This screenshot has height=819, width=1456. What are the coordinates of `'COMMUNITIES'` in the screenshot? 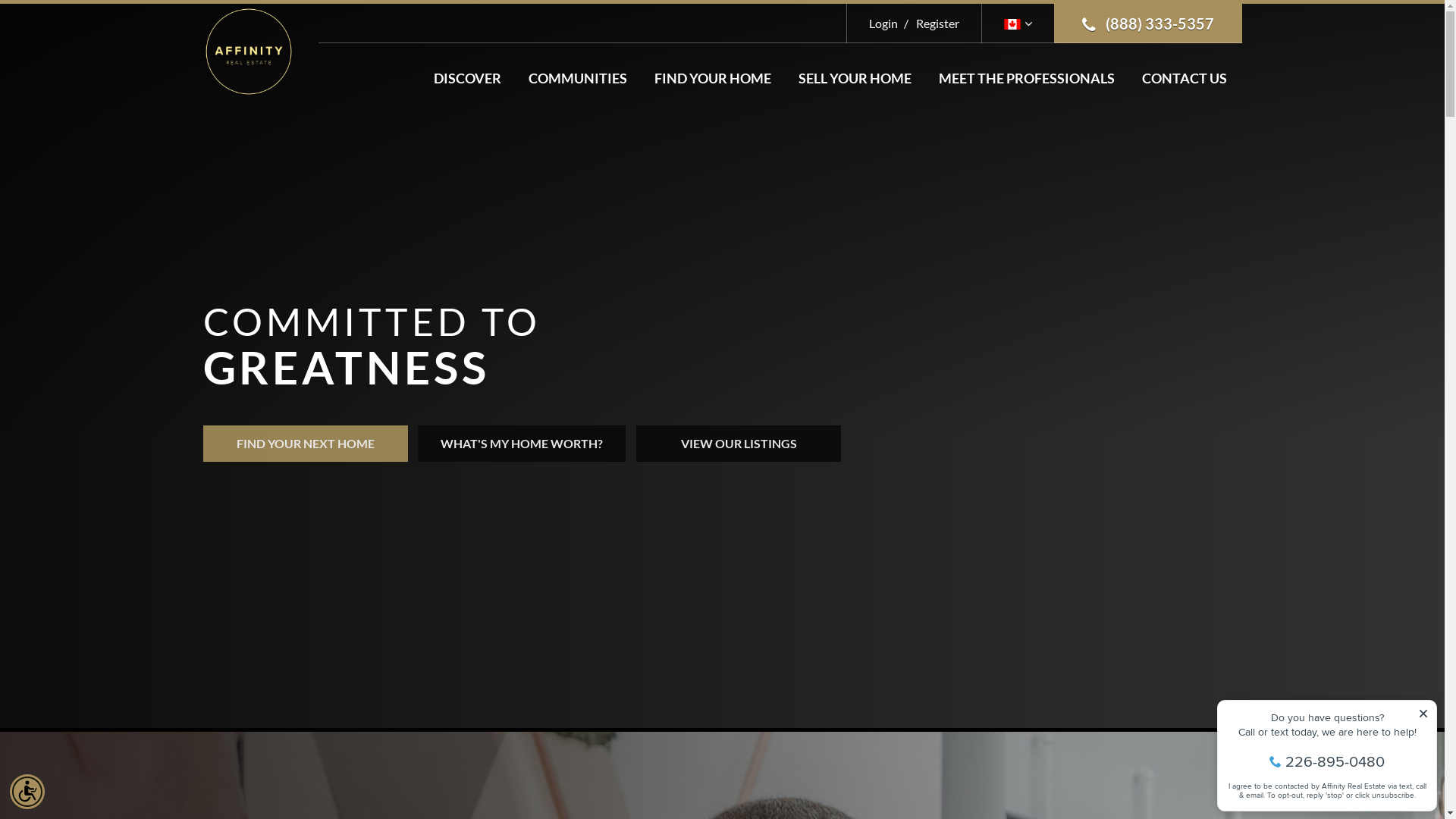 It's located at (576, 78).